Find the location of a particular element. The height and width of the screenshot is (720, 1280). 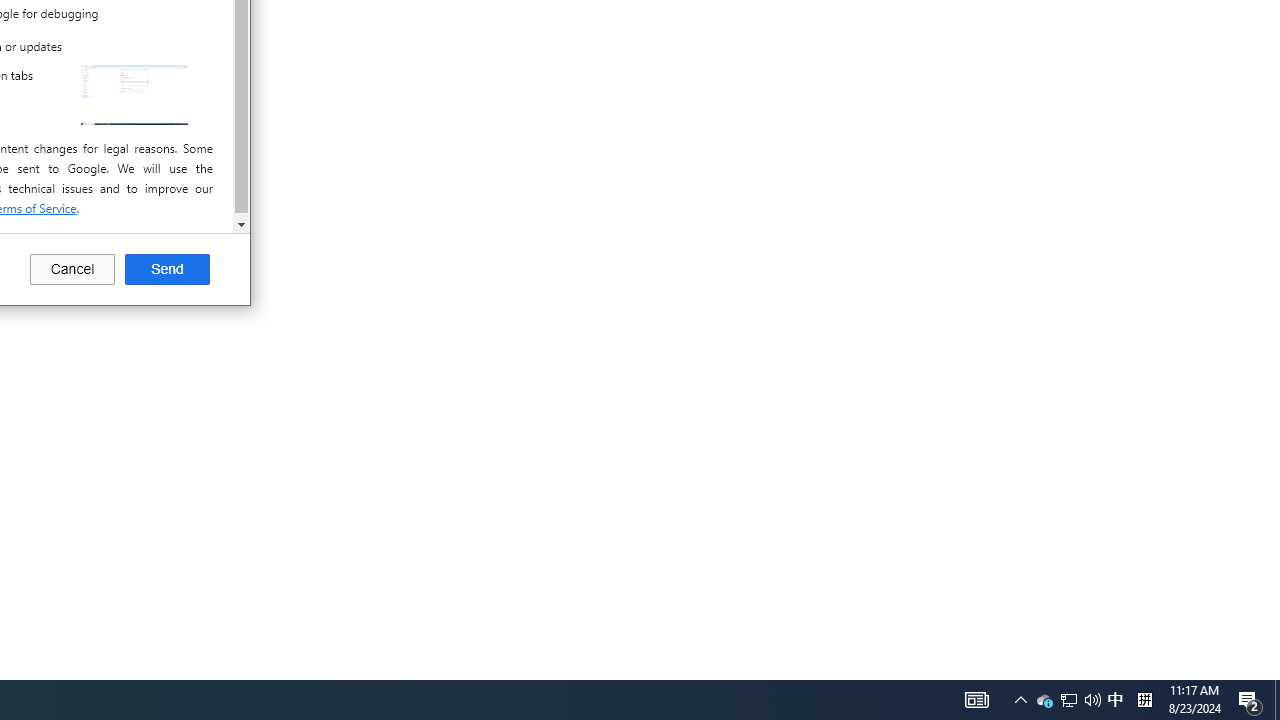

'Q2790: 100%' is located at coordinates (1044, 698).